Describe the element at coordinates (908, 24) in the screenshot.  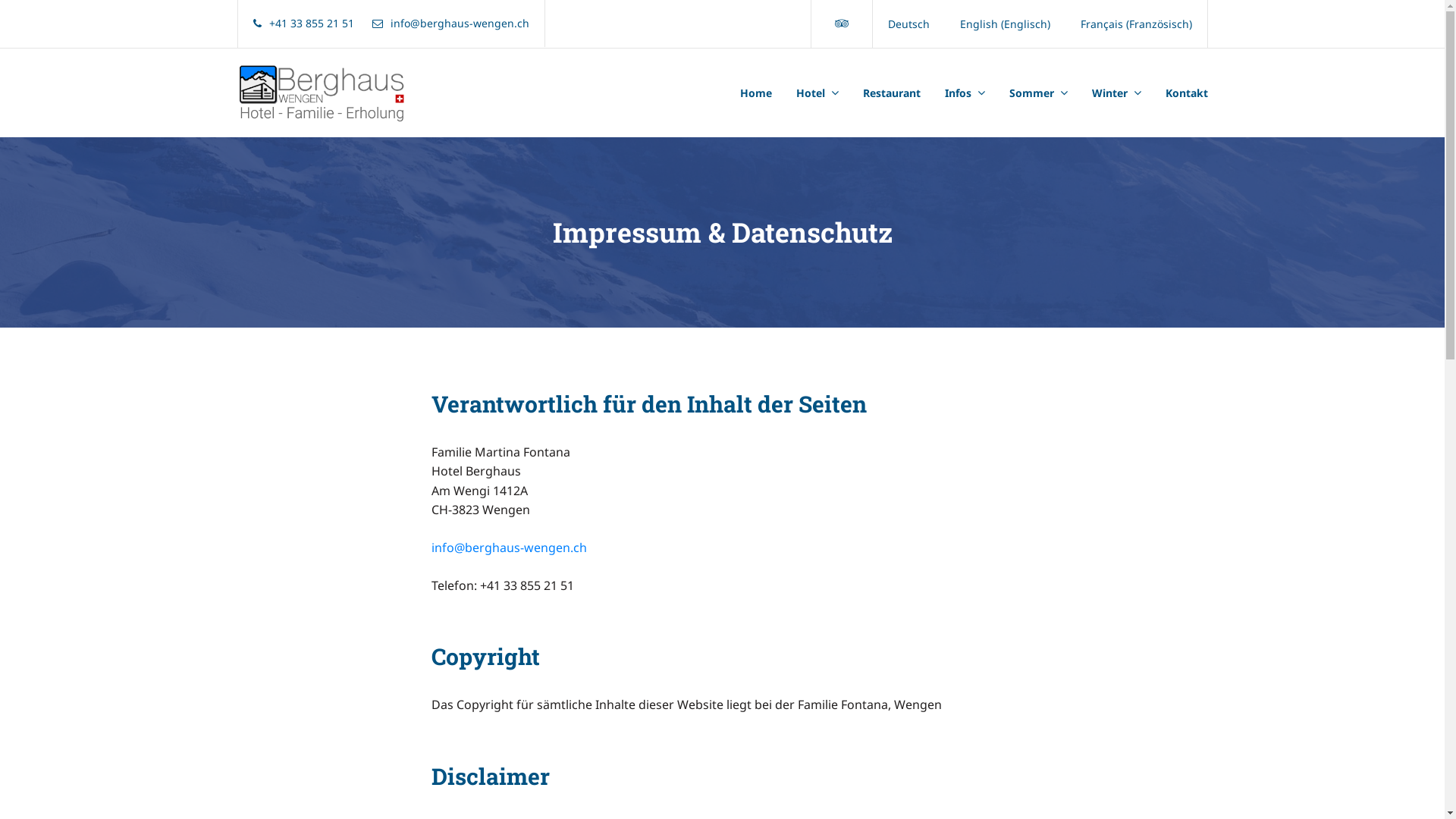
I see `'Deutsch'` at that location.